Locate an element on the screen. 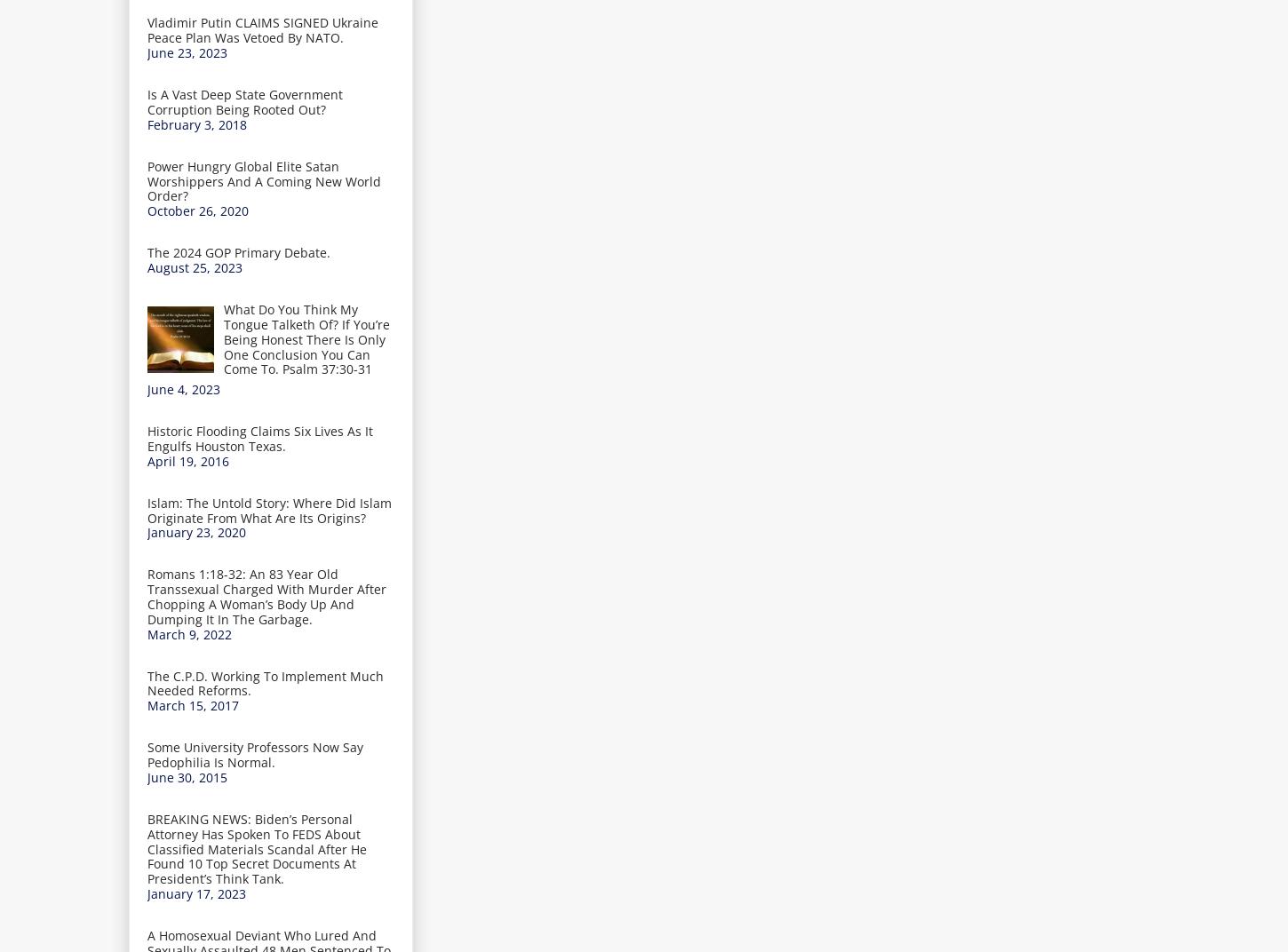 The image size is (1288, 952). 'Historic Flooding Claims Six Lives As It Engulfs Houston Texas.' is located at coordinates (260, 438).